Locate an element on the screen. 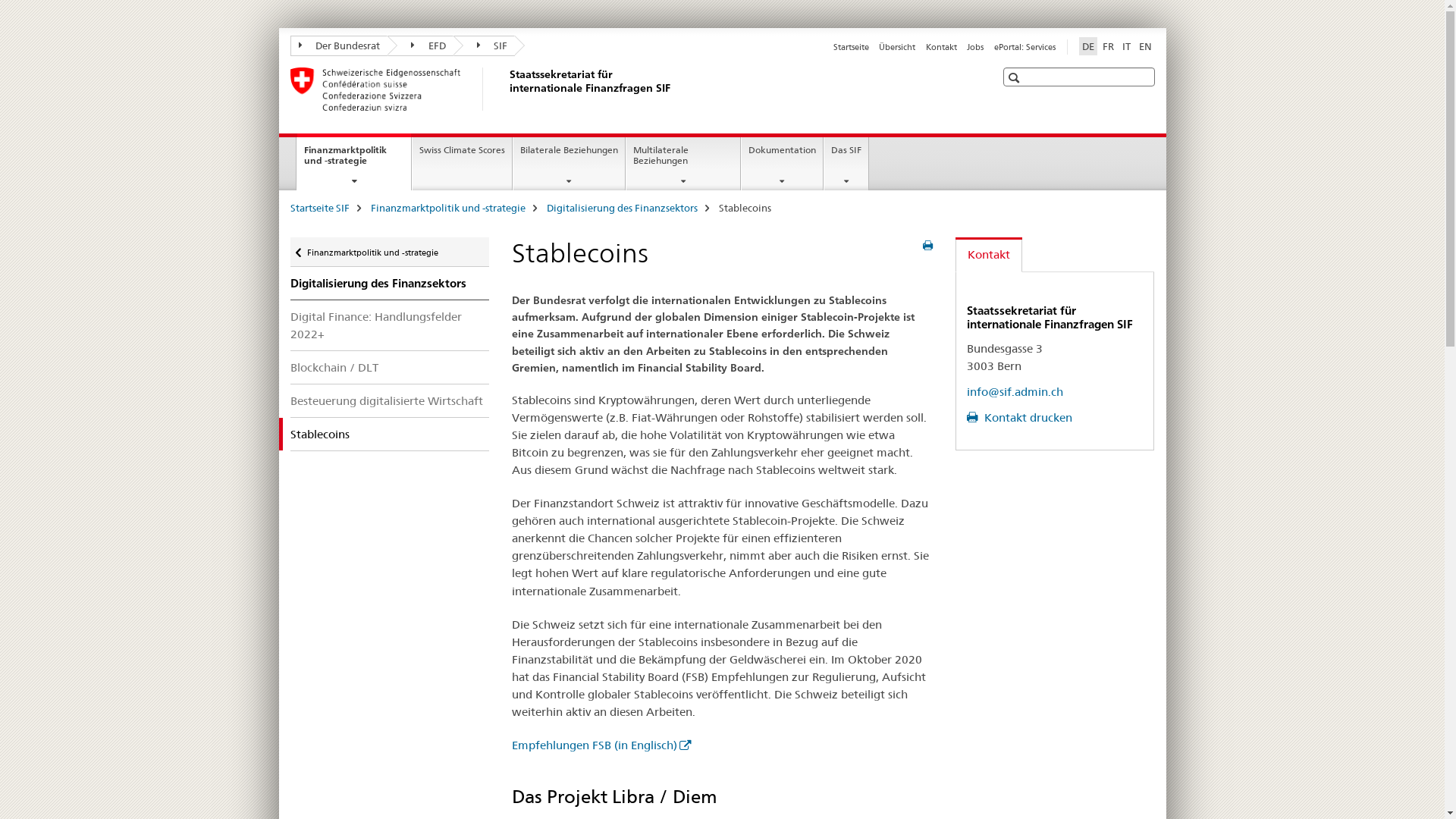 This screenshot has height=819, width=1456. 'DE' is located at coordinates (1087, 45).